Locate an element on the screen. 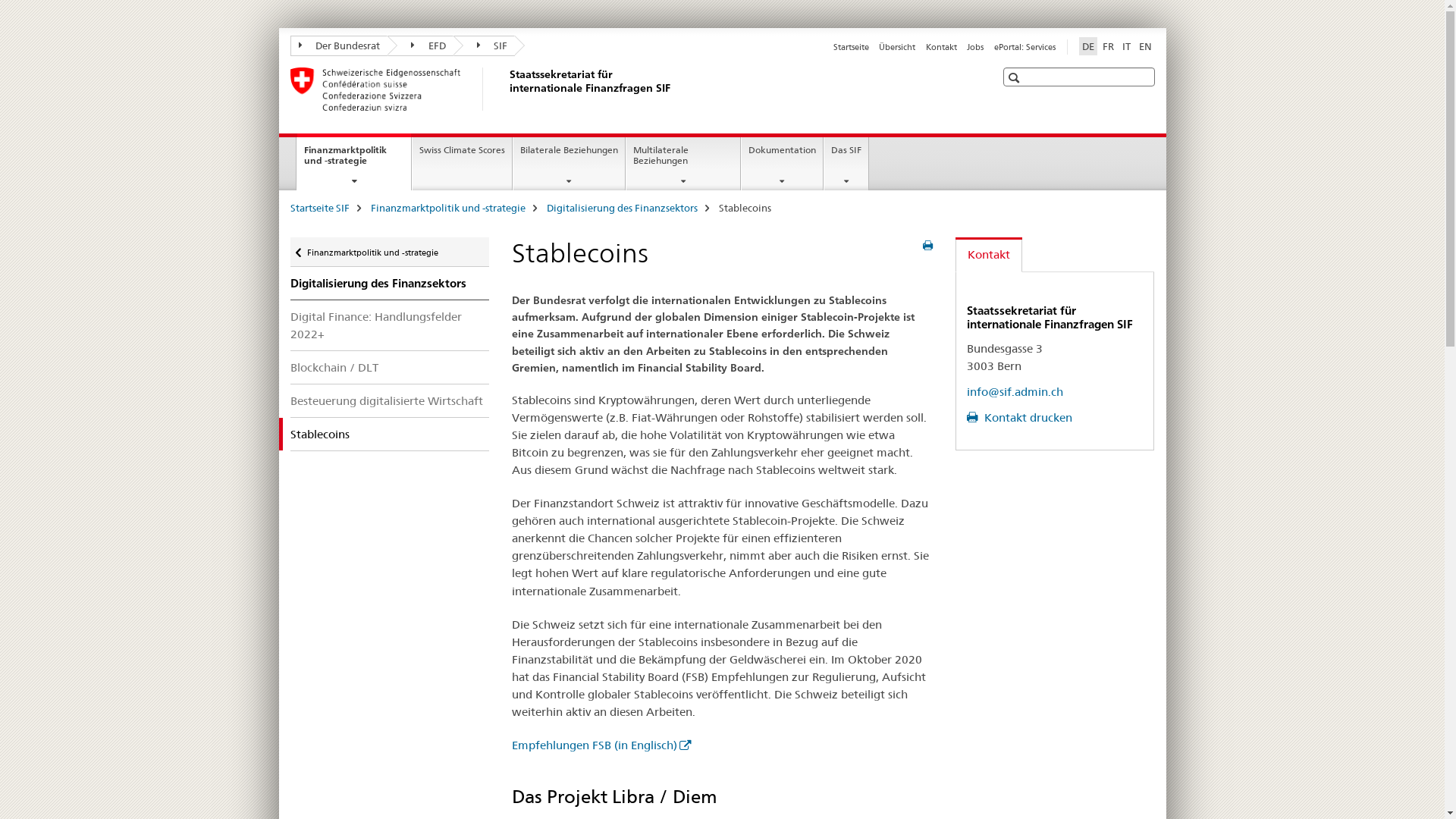 This screenshot has height=819, width=1456. 'DE' is located at coordinates (1087, 45).